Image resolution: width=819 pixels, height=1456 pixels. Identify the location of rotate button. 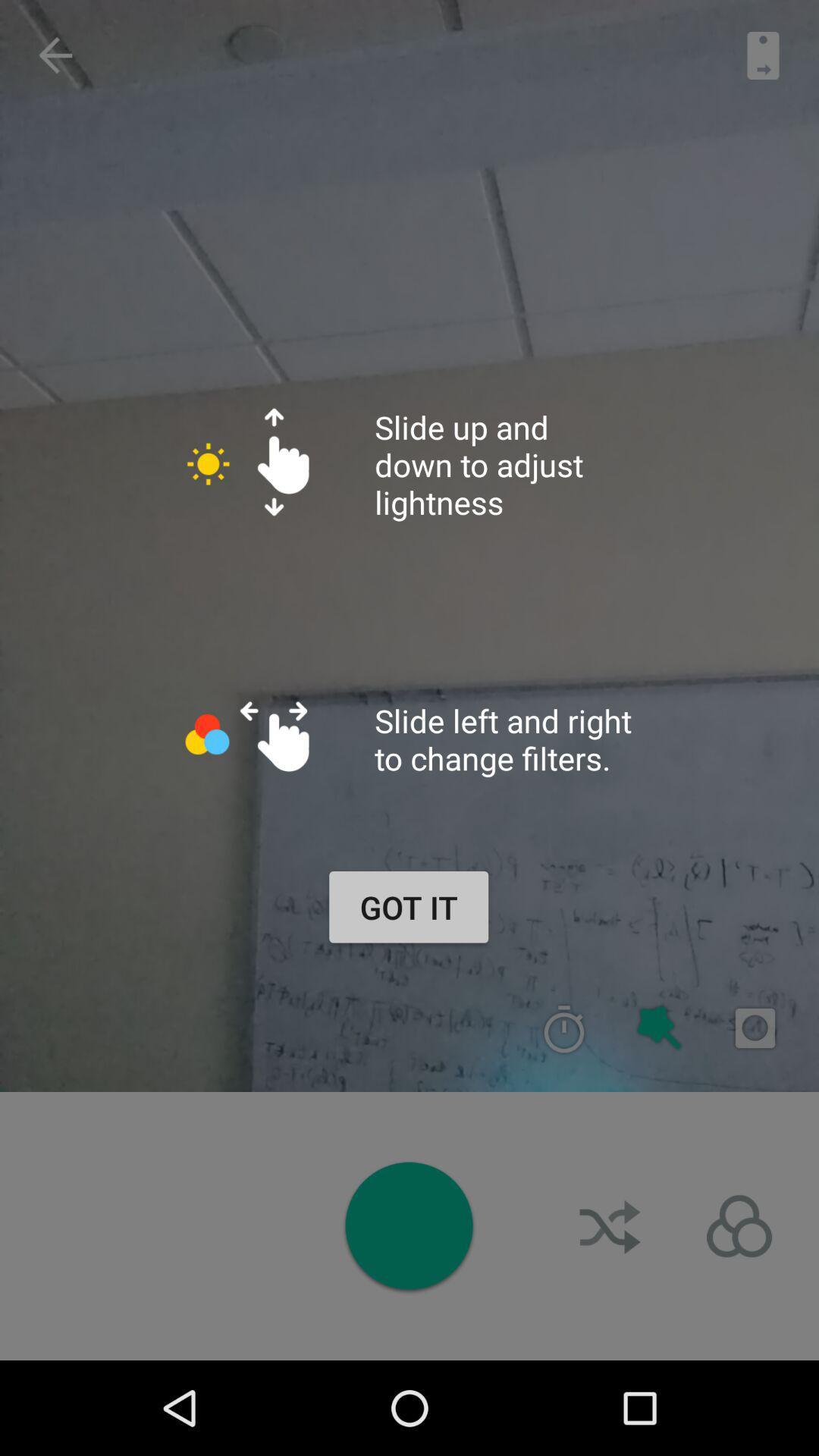
(610, 1226).